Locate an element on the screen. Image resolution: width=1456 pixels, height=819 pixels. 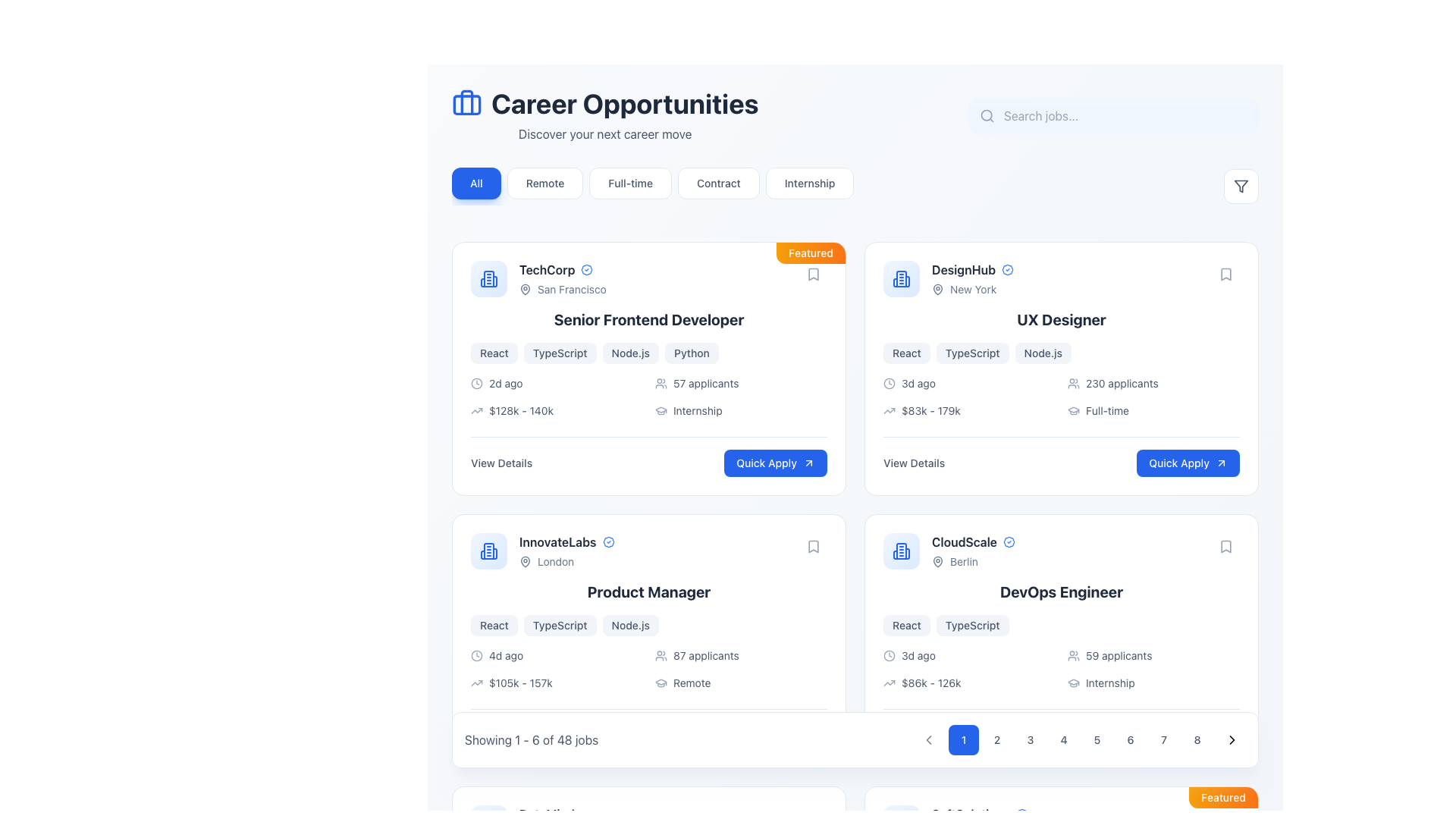
the SVG Circle at the center of the clock icon in the job card for 'InnovateLabs' is located at coordinates (475, 654).